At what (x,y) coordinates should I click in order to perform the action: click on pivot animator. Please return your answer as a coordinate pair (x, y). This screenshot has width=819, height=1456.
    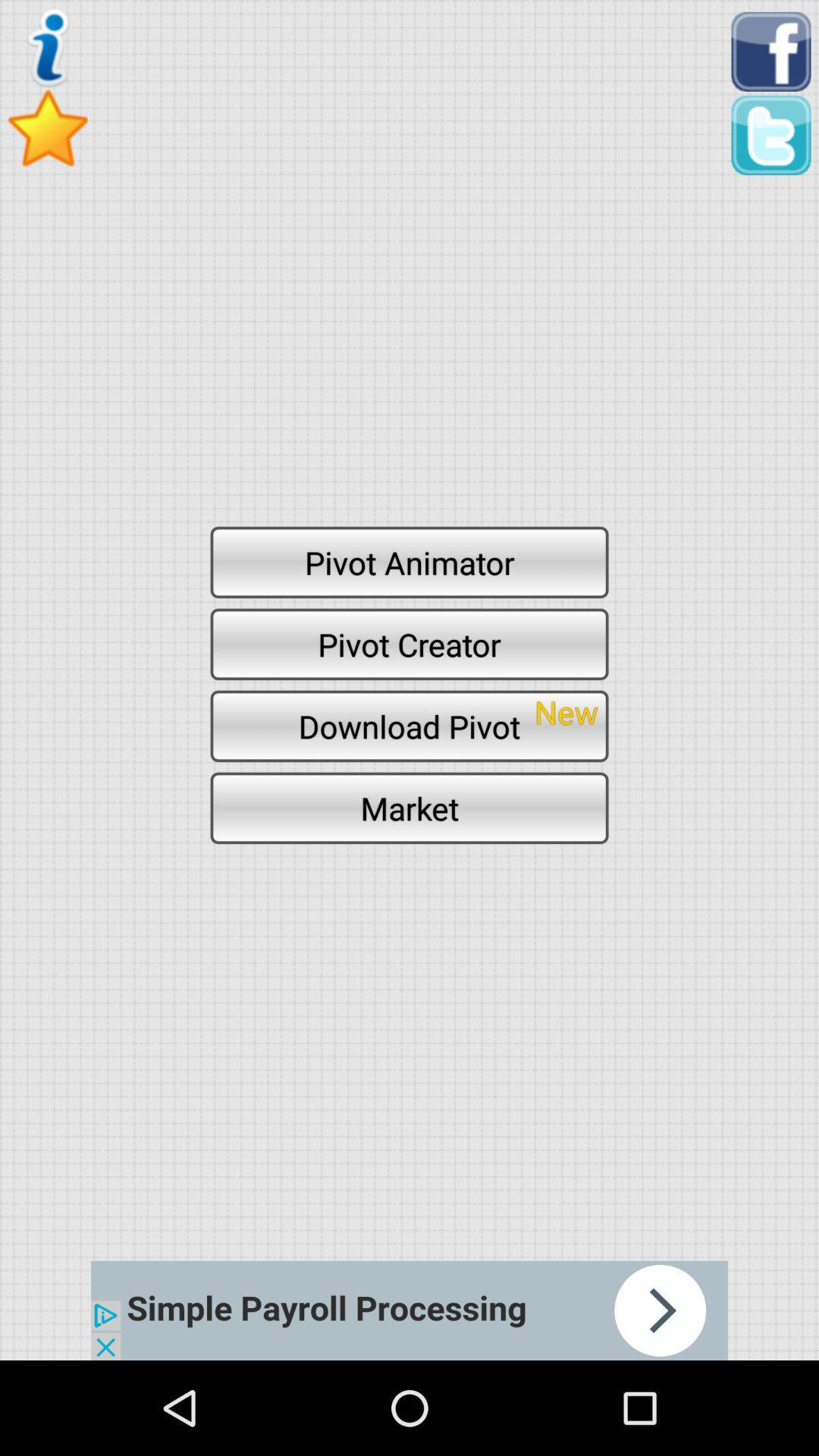
    Looking at the image, I should click on (409, 561).